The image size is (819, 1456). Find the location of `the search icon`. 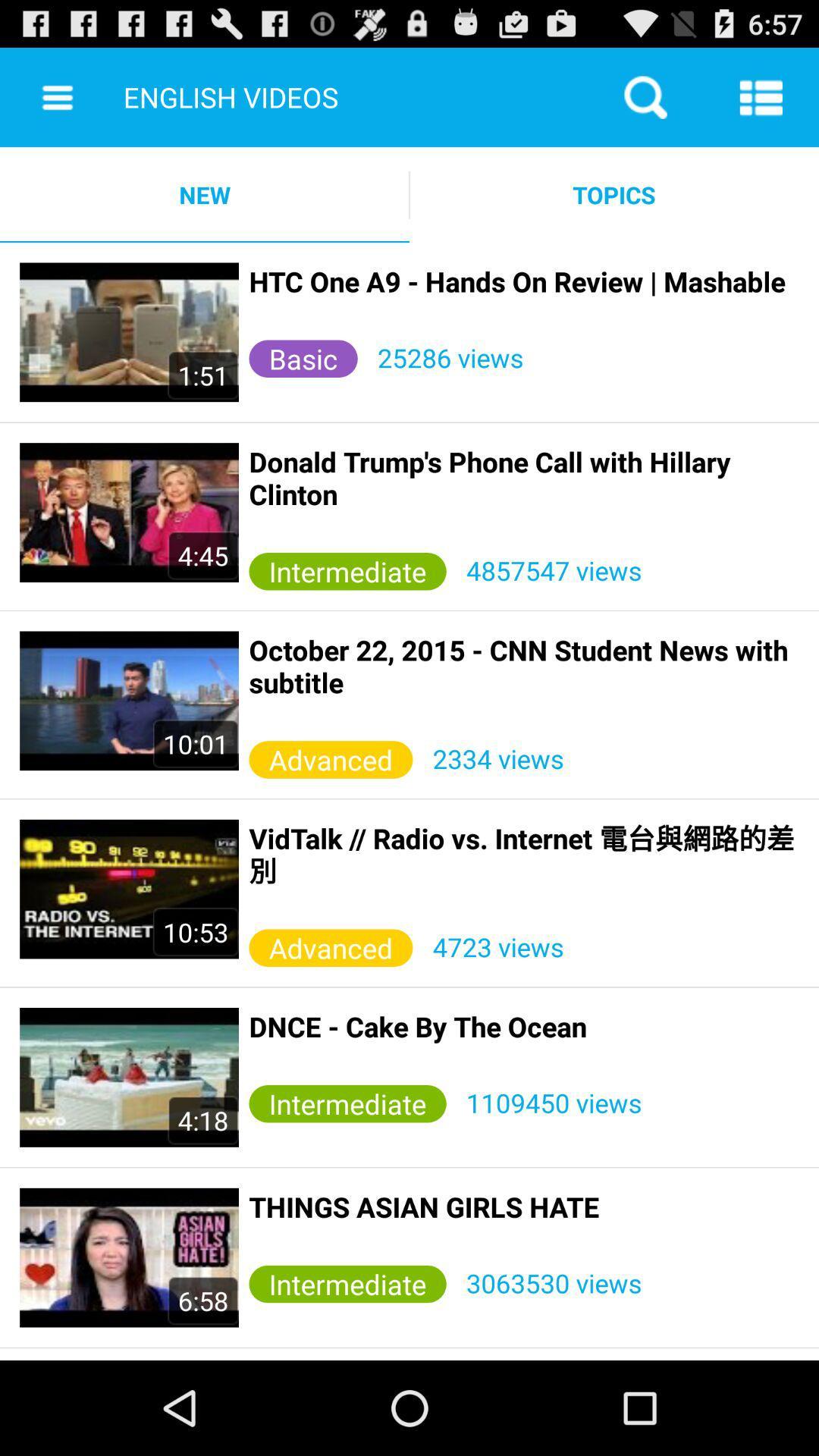

the search icon is located at coordinates (645, 103).